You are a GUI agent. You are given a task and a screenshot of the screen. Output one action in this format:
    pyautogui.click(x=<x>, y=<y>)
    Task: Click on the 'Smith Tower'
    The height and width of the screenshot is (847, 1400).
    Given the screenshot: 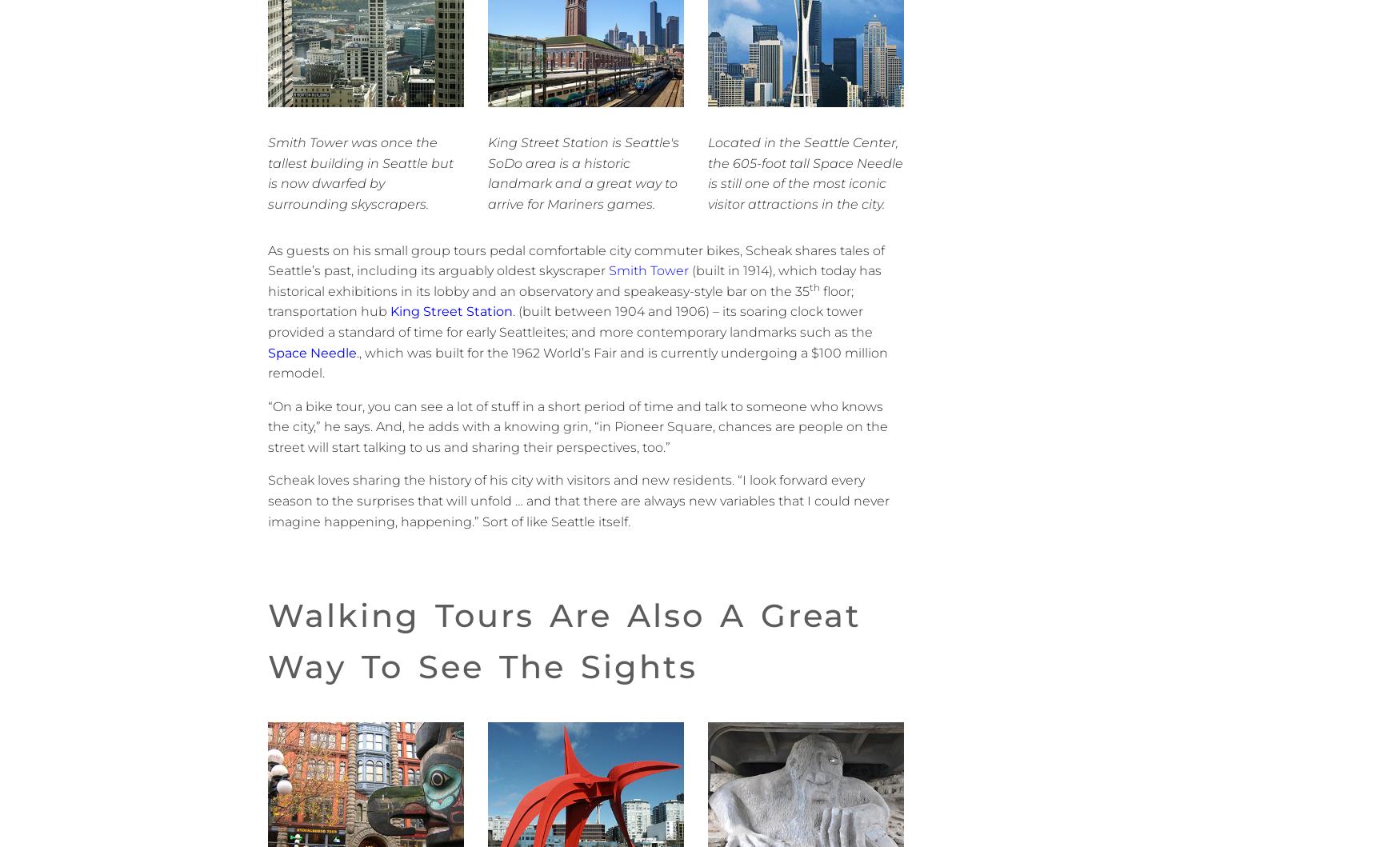 What is the action you would take?
    pyautogui.click(x=647, y=270)
    